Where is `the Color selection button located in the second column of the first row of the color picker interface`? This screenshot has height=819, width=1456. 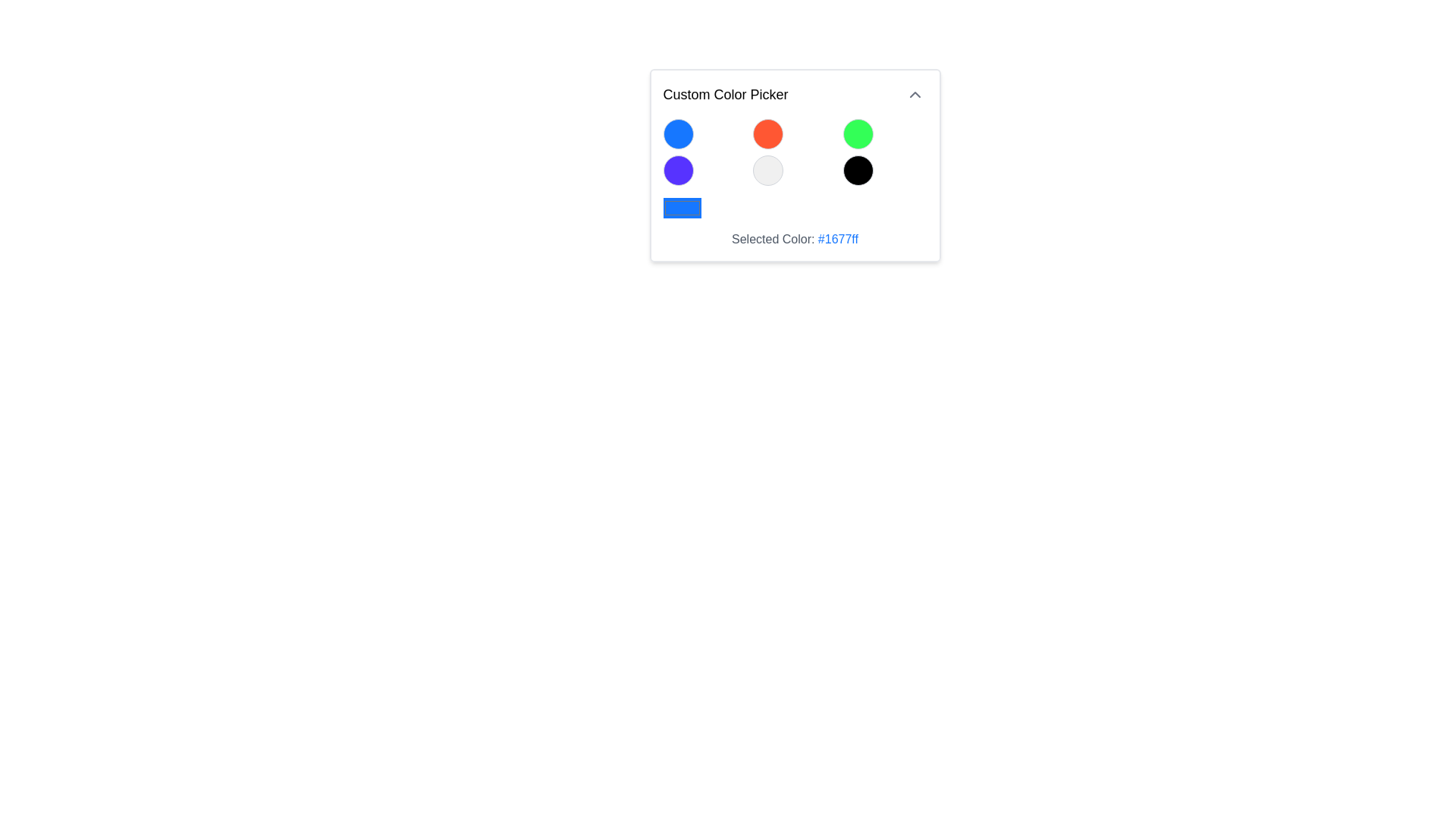
the Color selection button located in the second column of the first row of the color picker interface is located at coordinates (768, 133).